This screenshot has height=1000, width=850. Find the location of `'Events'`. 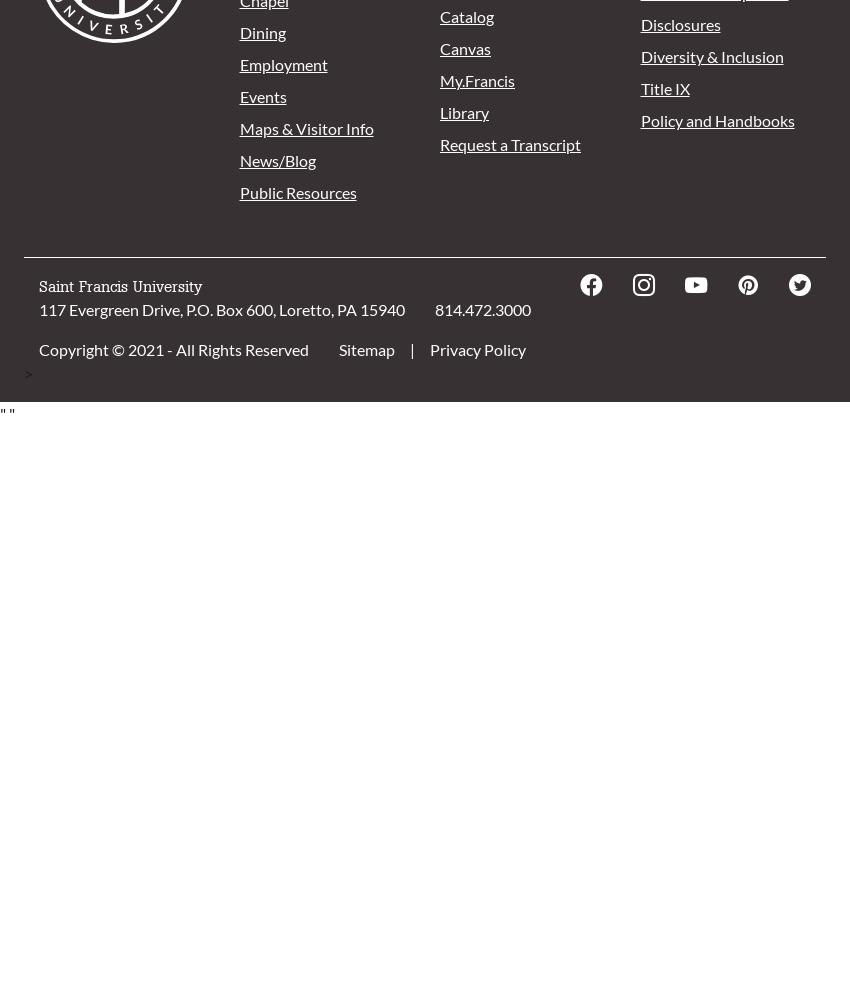

'Events' is located at coordinates (239, 95).